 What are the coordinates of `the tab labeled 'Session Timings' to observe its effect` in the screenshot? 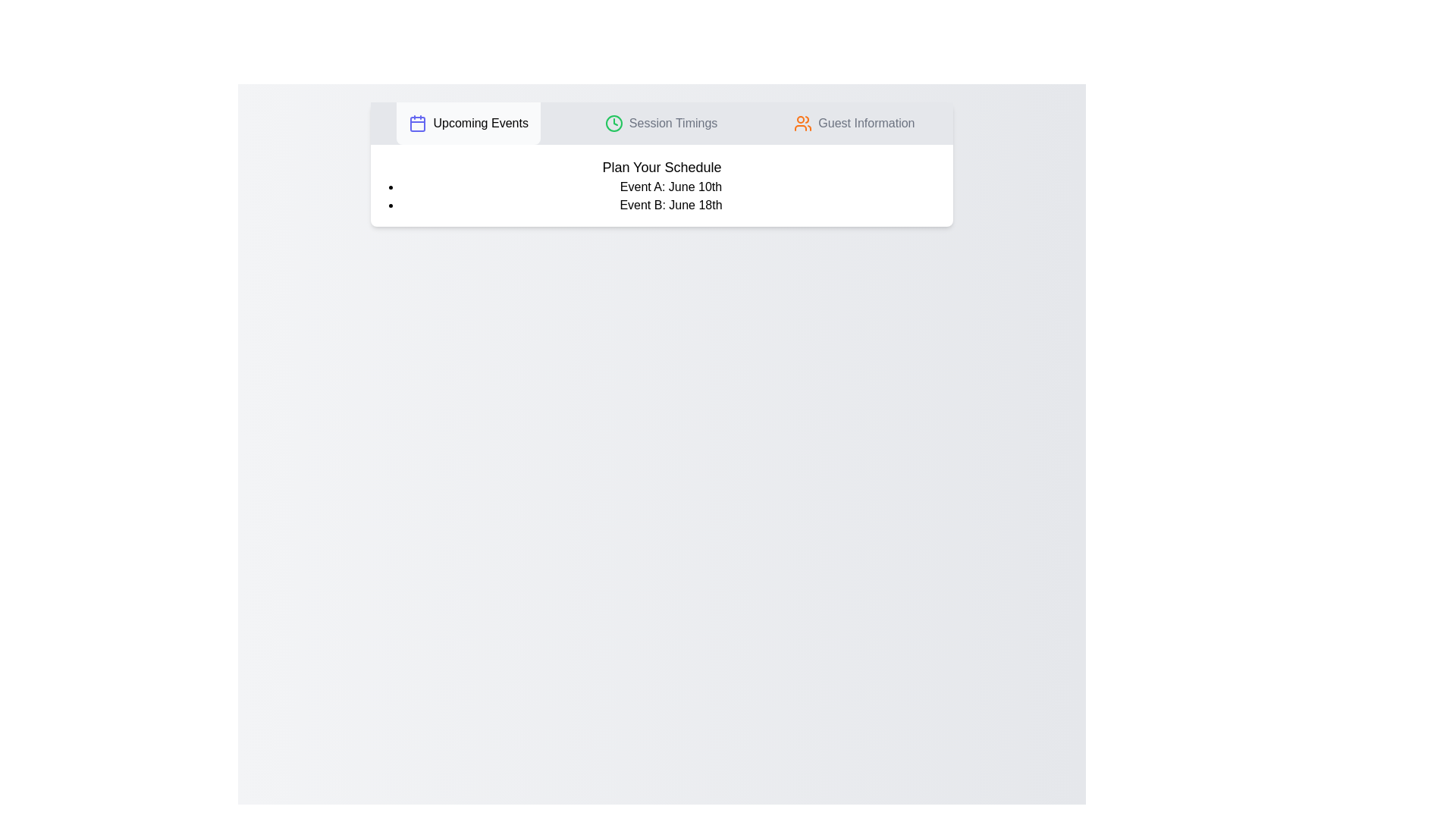 It's located at (661, 122).